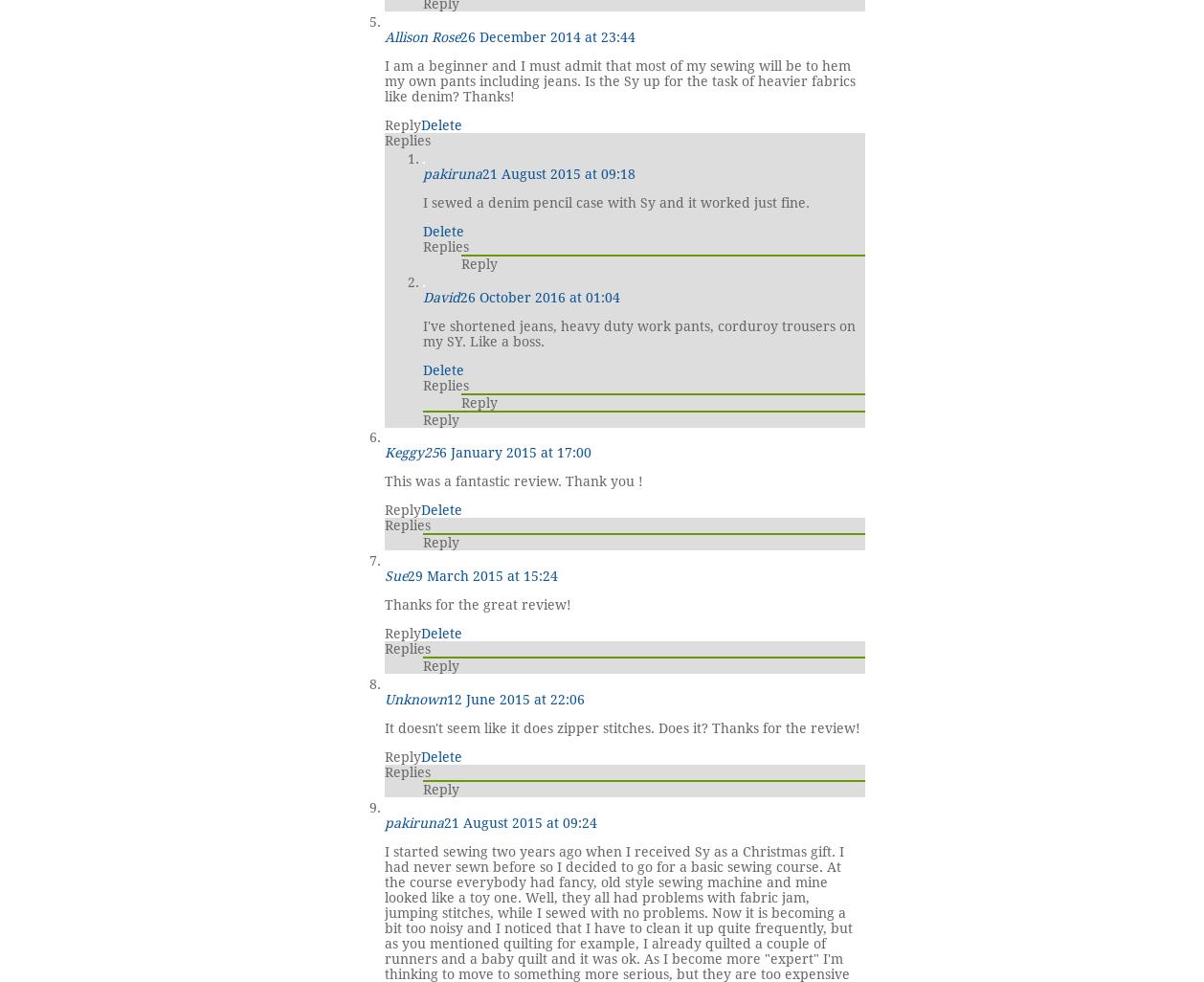 This screenshot has width=1204, height=982. What do you see at coordinates (459, 296) in the screenshot?
I see `'26 October 2016 at 01:04'` at bounding box center [459, 296].